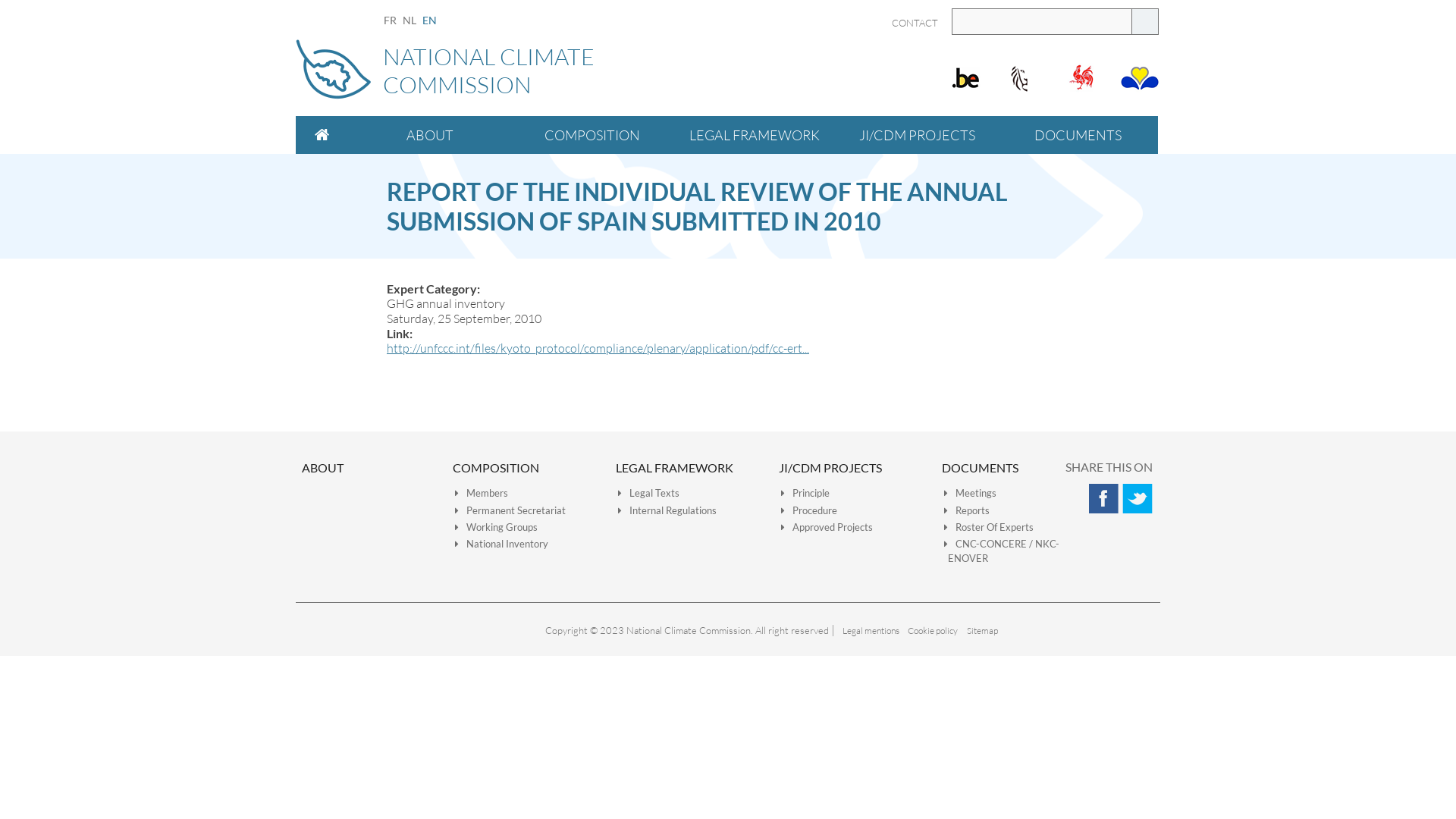 The width and height of the screenshot is (1456, 819). What do you see at coordinates (322, 133) in the screenshot?
I see `'HOME'` at bounding box center [322, 133].